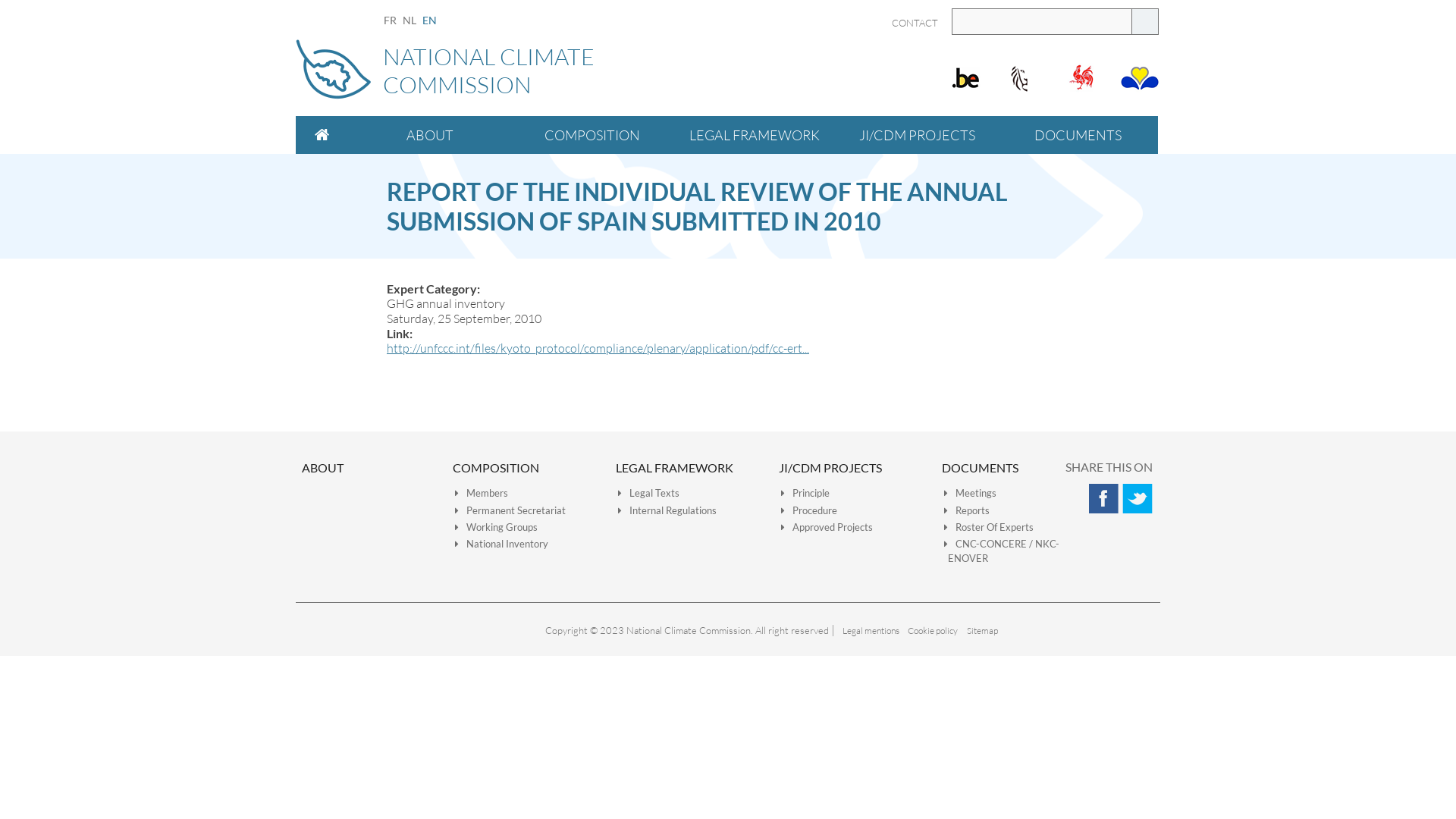 The width and height of the screenshot is (1456, 819). What do you see at coordinates (322, 133) in the screenshot?
I see `'HOME'` at bounding box center [322, 133].